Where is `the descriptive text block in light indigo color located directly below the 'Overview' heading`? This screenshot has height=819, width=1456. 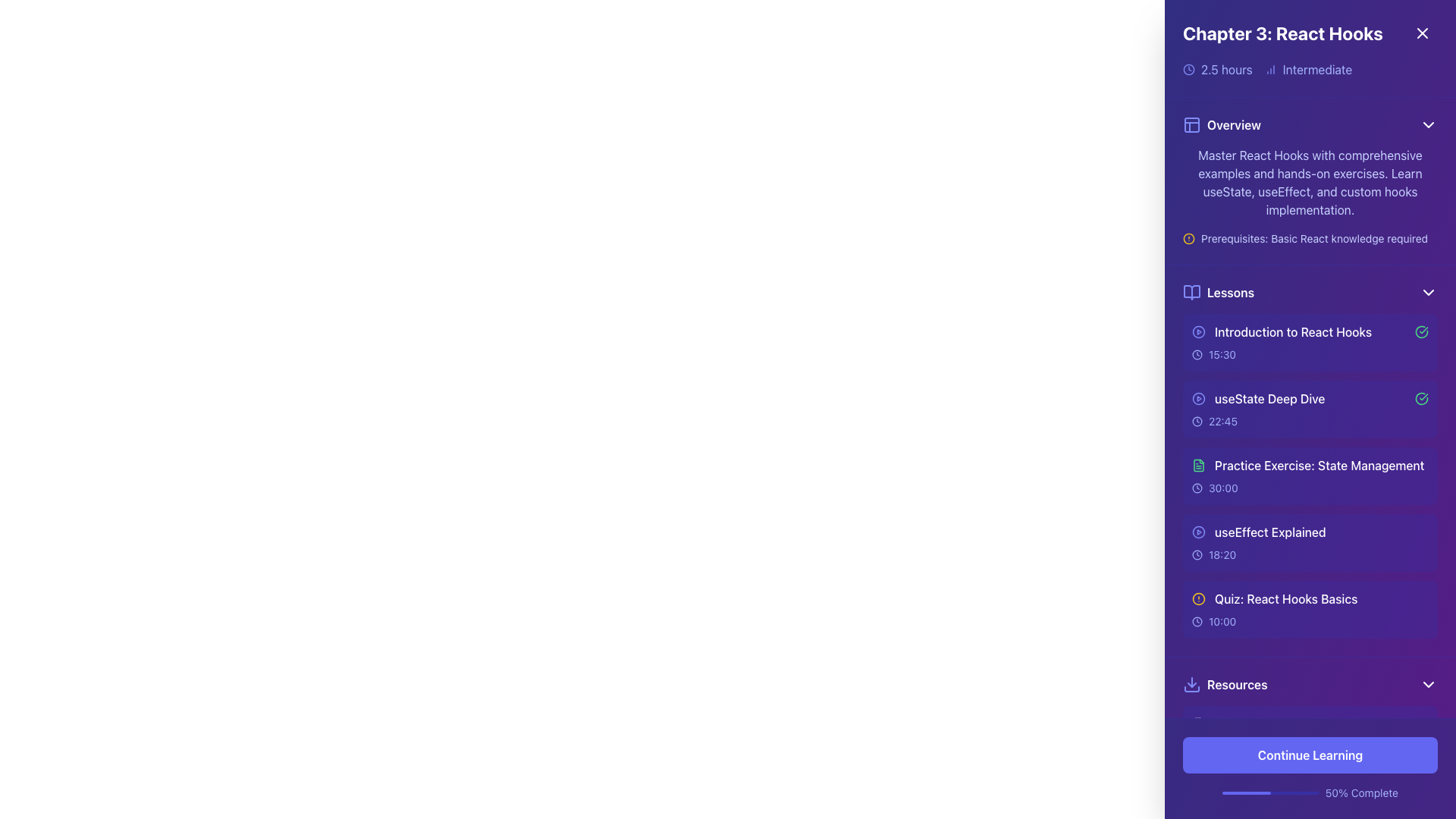
the descriptive text block in light indigo color located directly below the 'Overview' heading is located at coordinates (1310, 195).